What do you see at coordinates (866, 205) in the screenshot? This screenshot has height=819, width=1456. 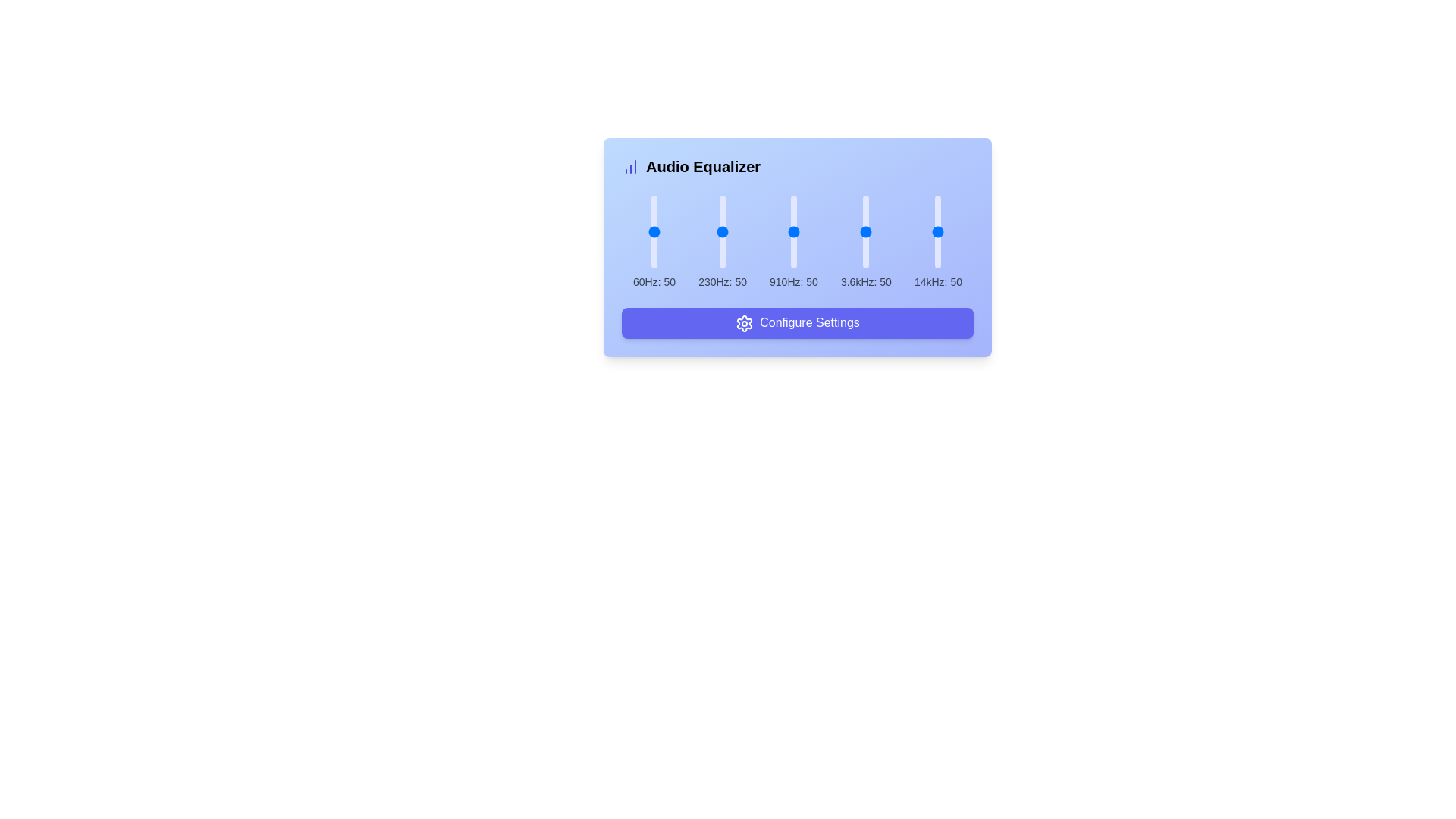 I see `the thumb of the vertical slider labeled '3.6kHz: 50'` at bounding box center [866, 205].